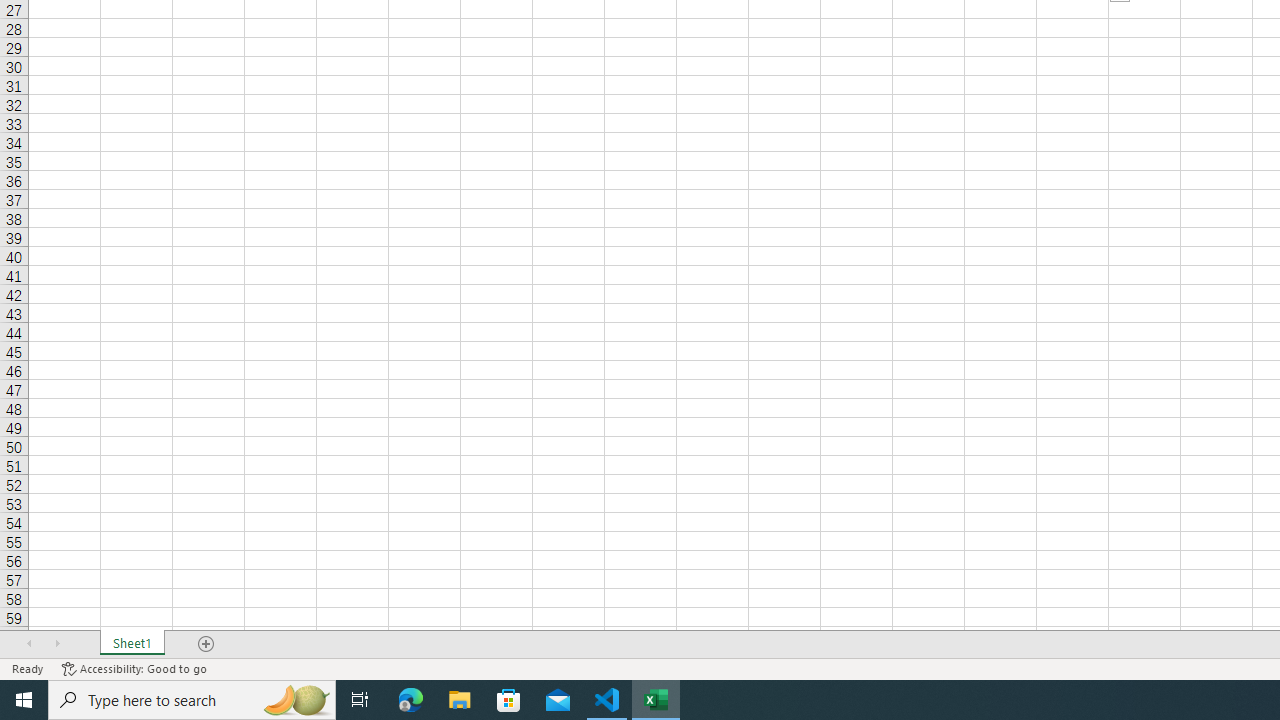 Image resolution: width=1280 pixels, height=720 pixels. I want to click on 'Accessibility Checker Accessibility: Good to go', so click(133, 669).